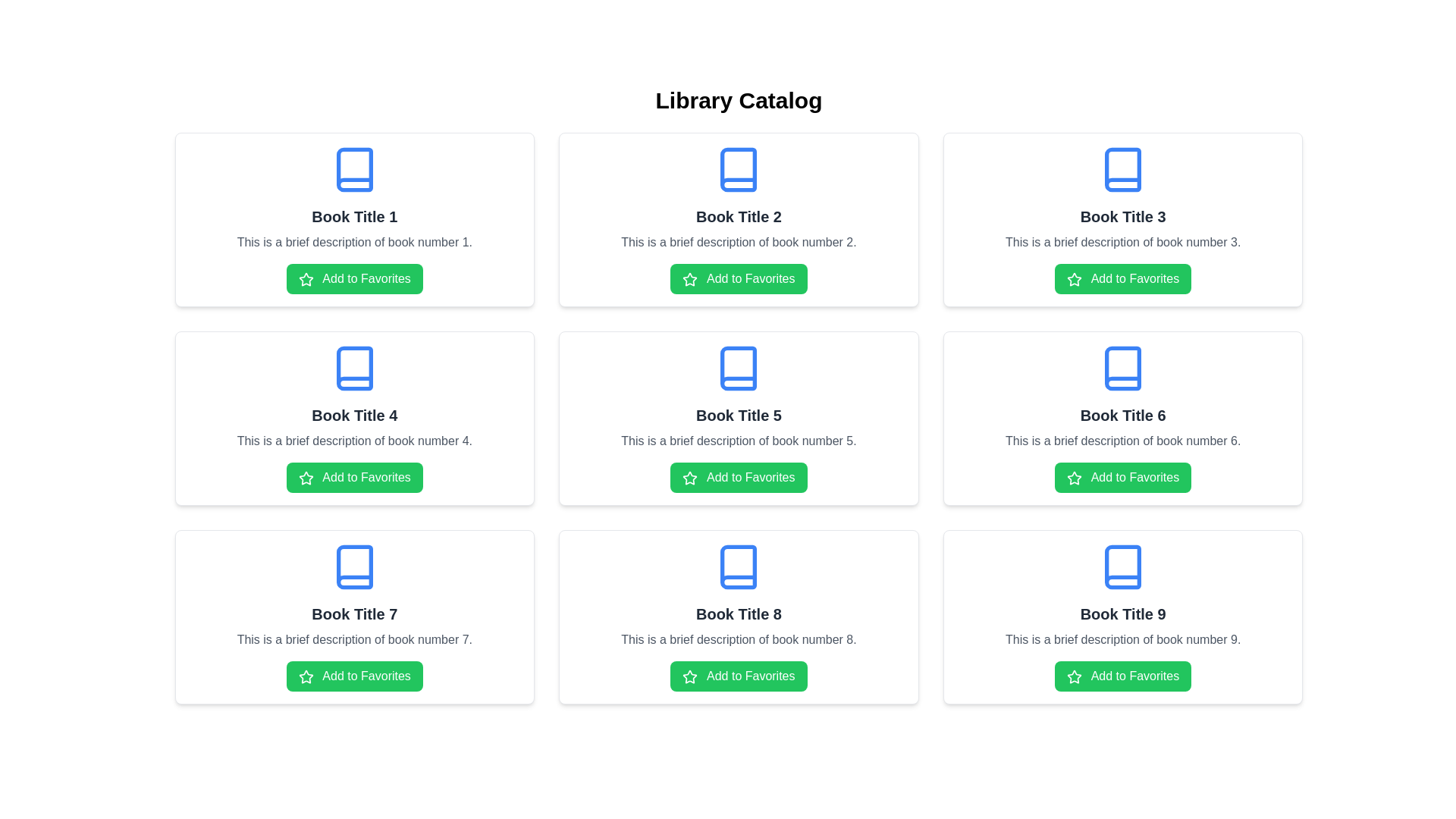  What do you see at coordinates (353, 640) in the screenshot?
I see `the text label that reads 'This is a brief description of book number 7', located below 'Book Title 7' and above the 'Add to Favorites' button` at bounding box center [353, 640].